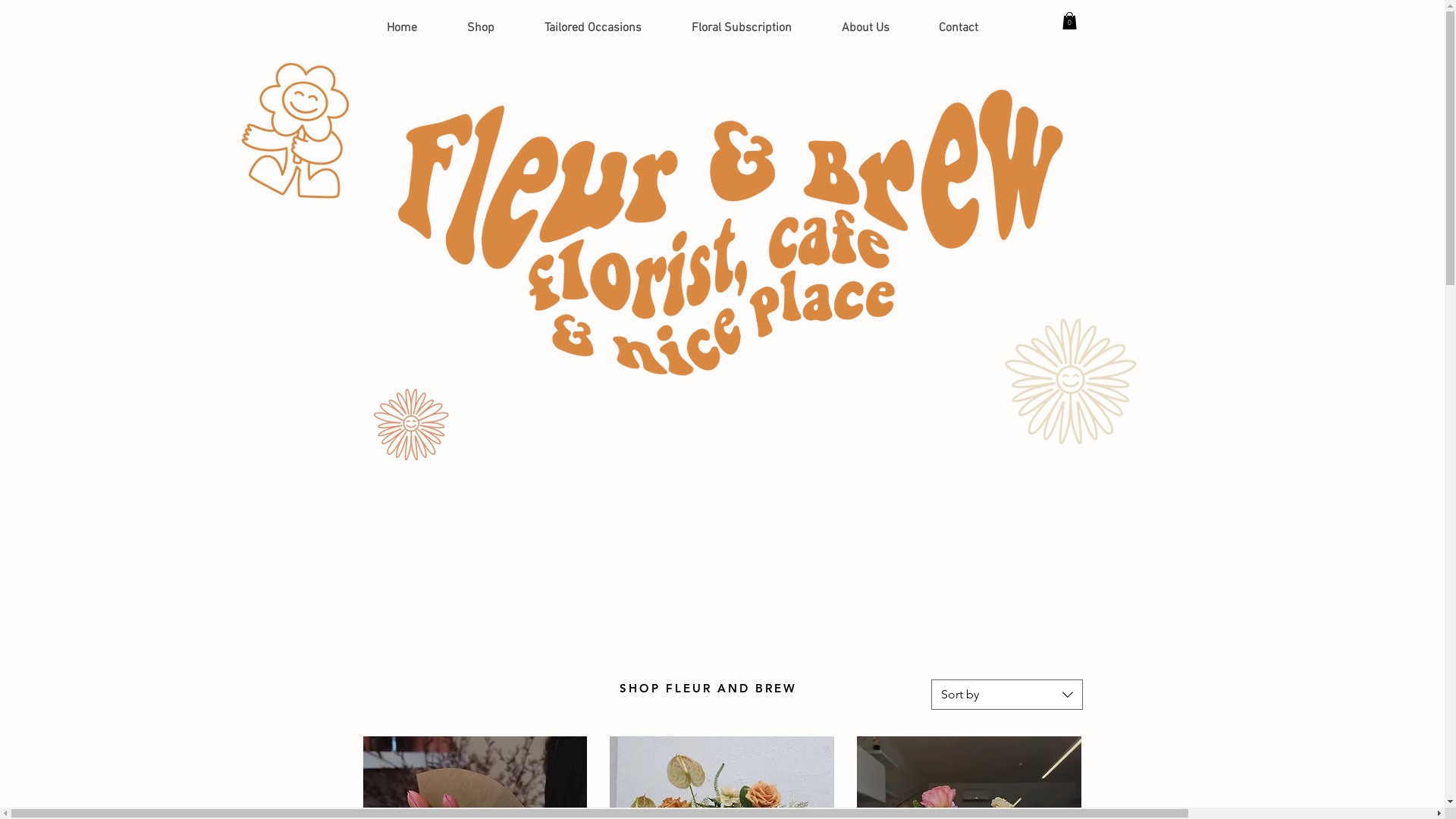  Describe the element at coordinates (958, 28) in the screenshot. I see `'Contact'` at that location.